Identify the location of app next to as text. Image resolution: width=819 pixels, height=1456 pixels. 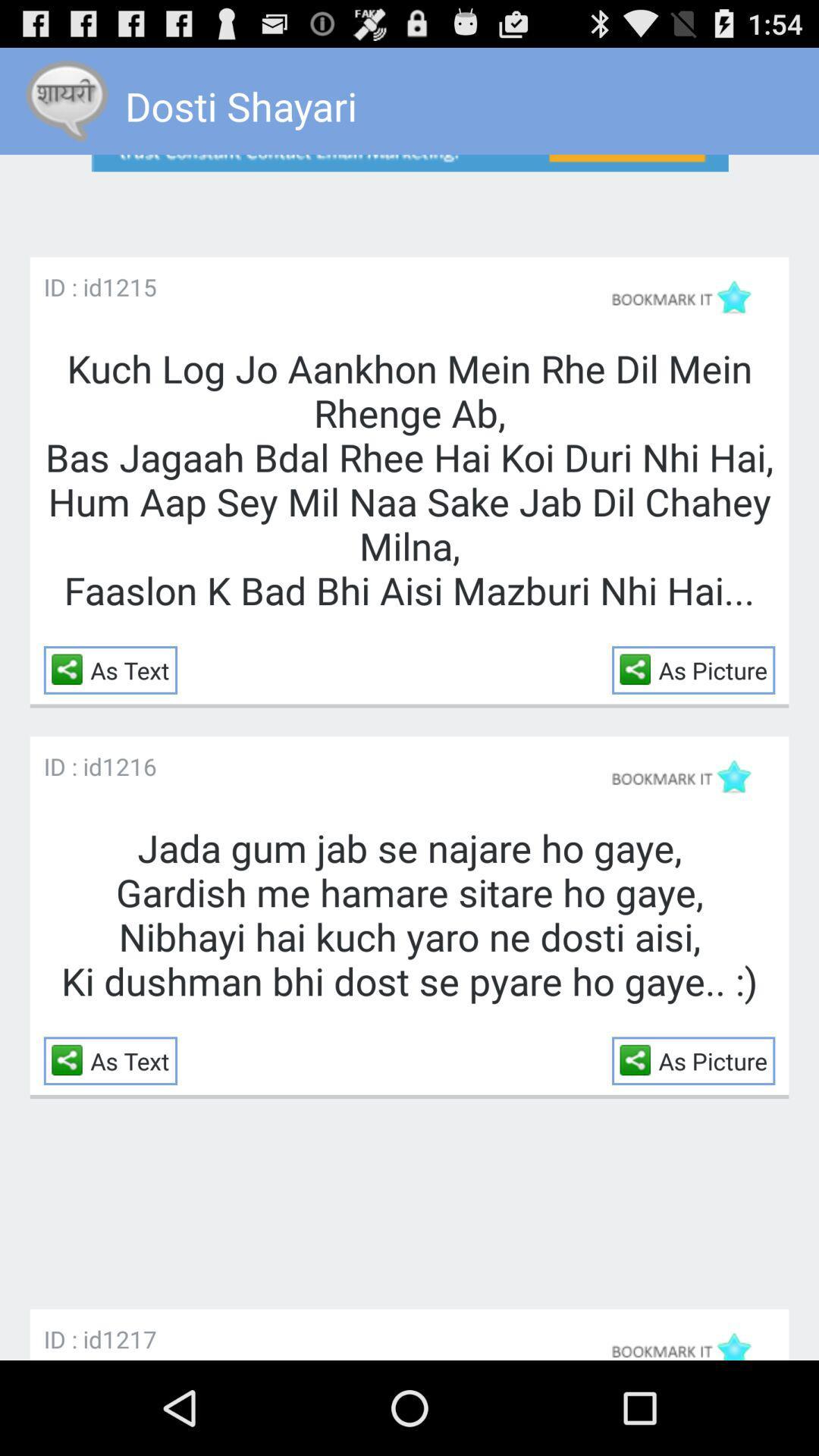
(71, 668).